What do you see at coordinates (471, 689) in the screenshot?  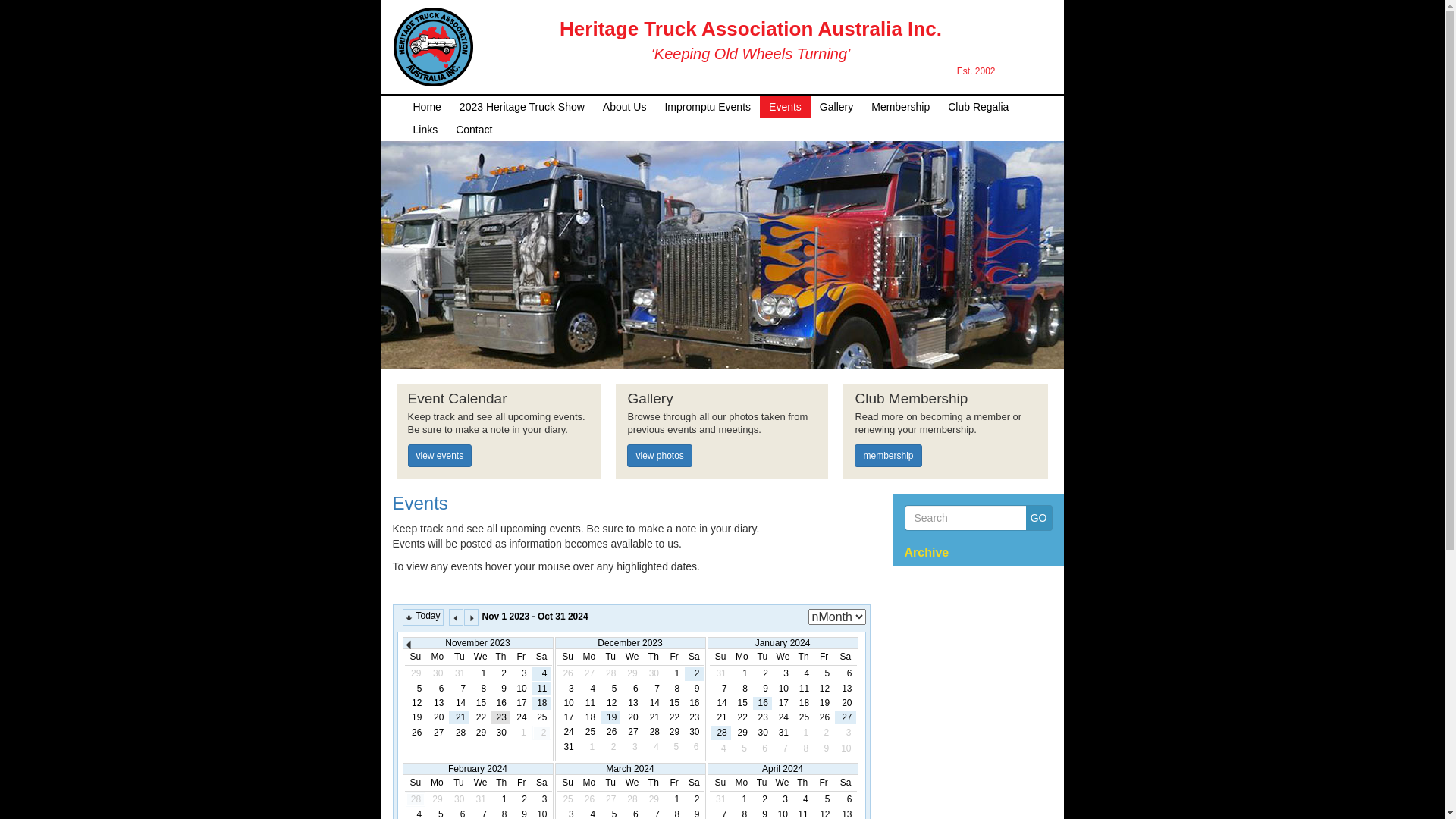 I see `'8'` at bounding box center [471, 689].